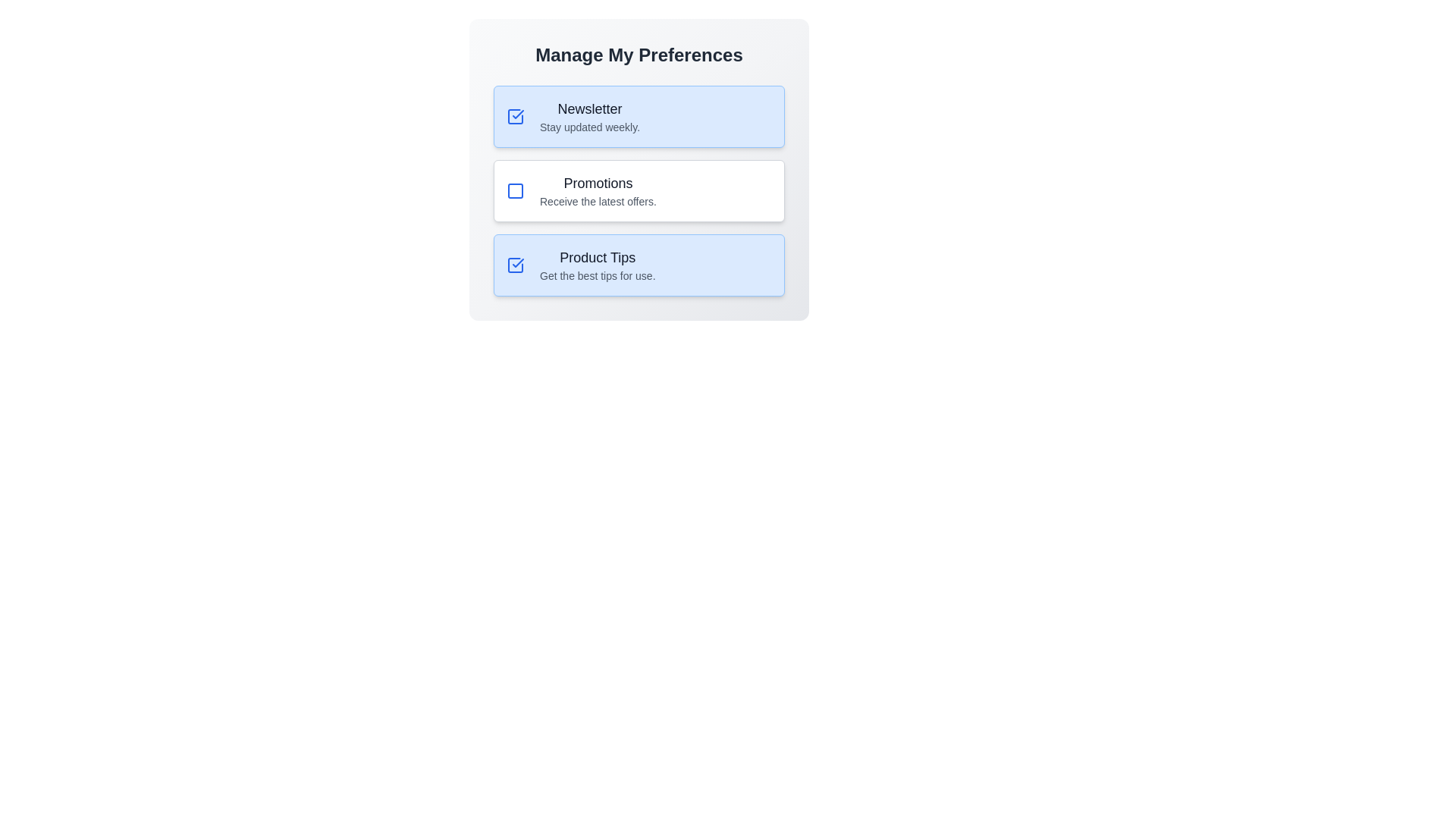  Describe the element at coordinates (516, 116) in the screenshot. I see `the Checkbox indicator icon` at that location.